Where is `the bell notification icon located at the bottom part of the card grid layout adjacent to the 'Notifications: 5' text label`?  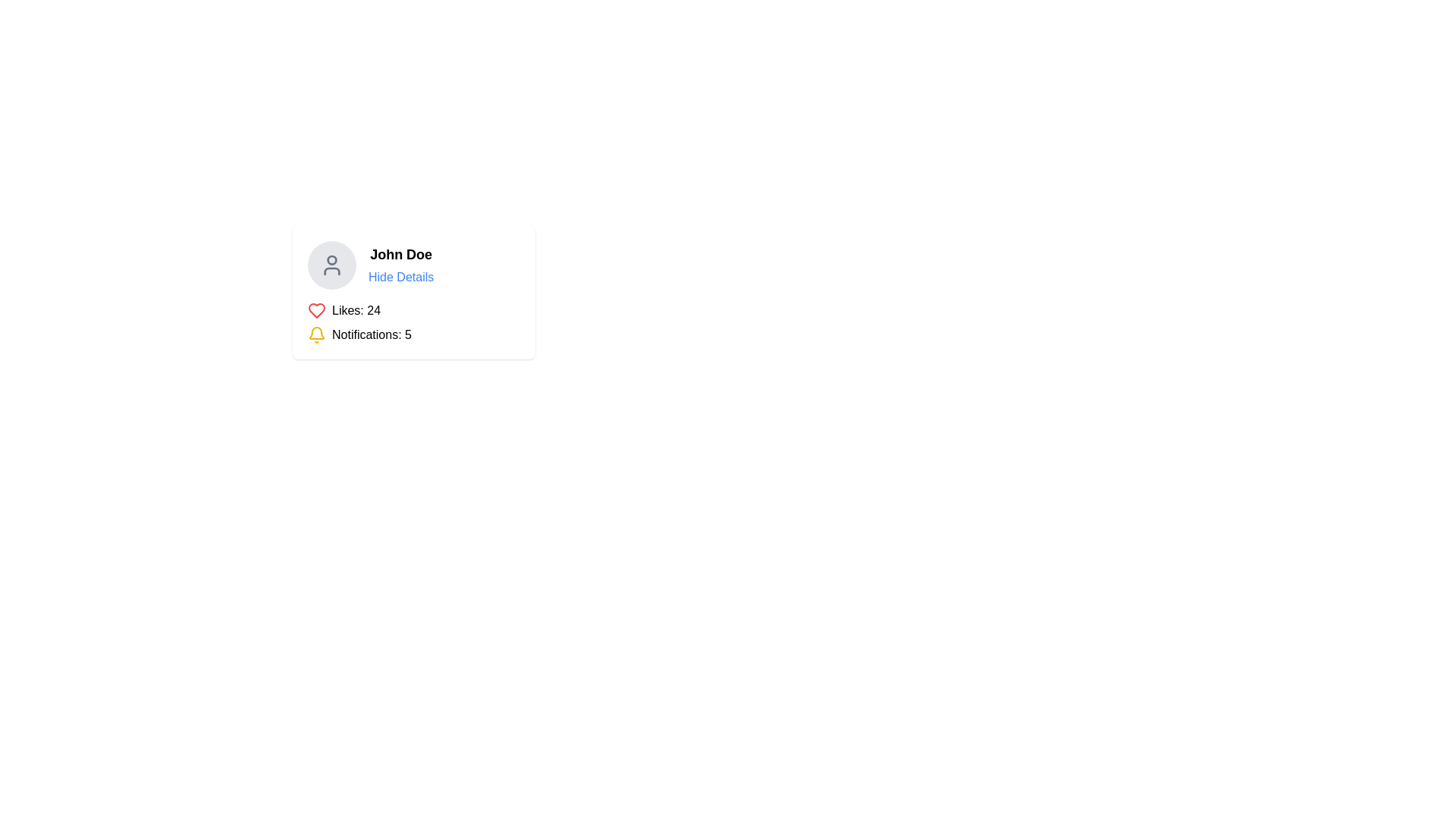
the bell notification icon located at the bottom part of the card grid layout adjacent to the 'Notifications: 5' text label is located at coordinates (315, 332).